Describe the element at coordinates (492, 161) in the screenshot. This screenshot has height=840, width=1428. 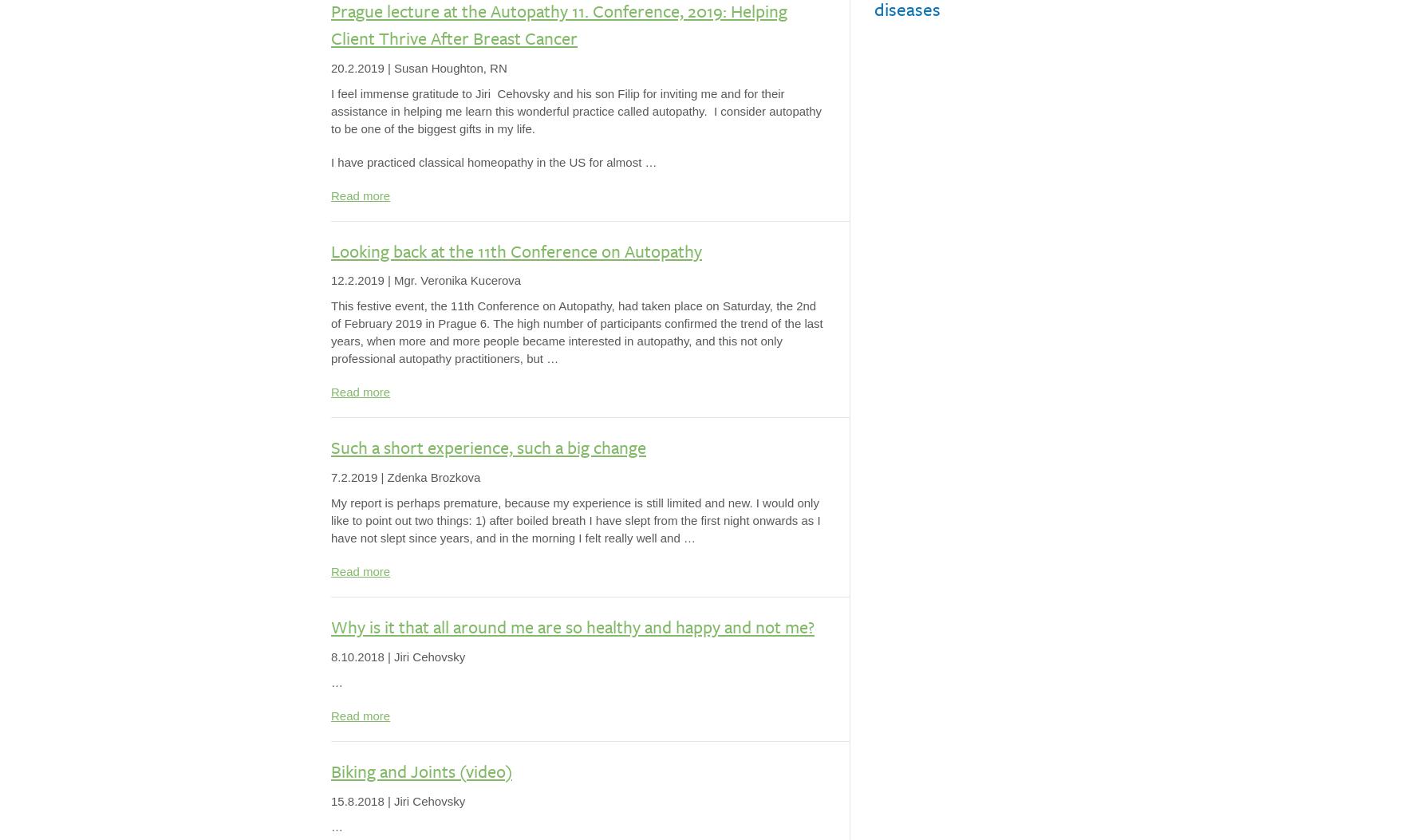
I see `'I have practiced
classical homeopathy in the US for almost …'` at that location.